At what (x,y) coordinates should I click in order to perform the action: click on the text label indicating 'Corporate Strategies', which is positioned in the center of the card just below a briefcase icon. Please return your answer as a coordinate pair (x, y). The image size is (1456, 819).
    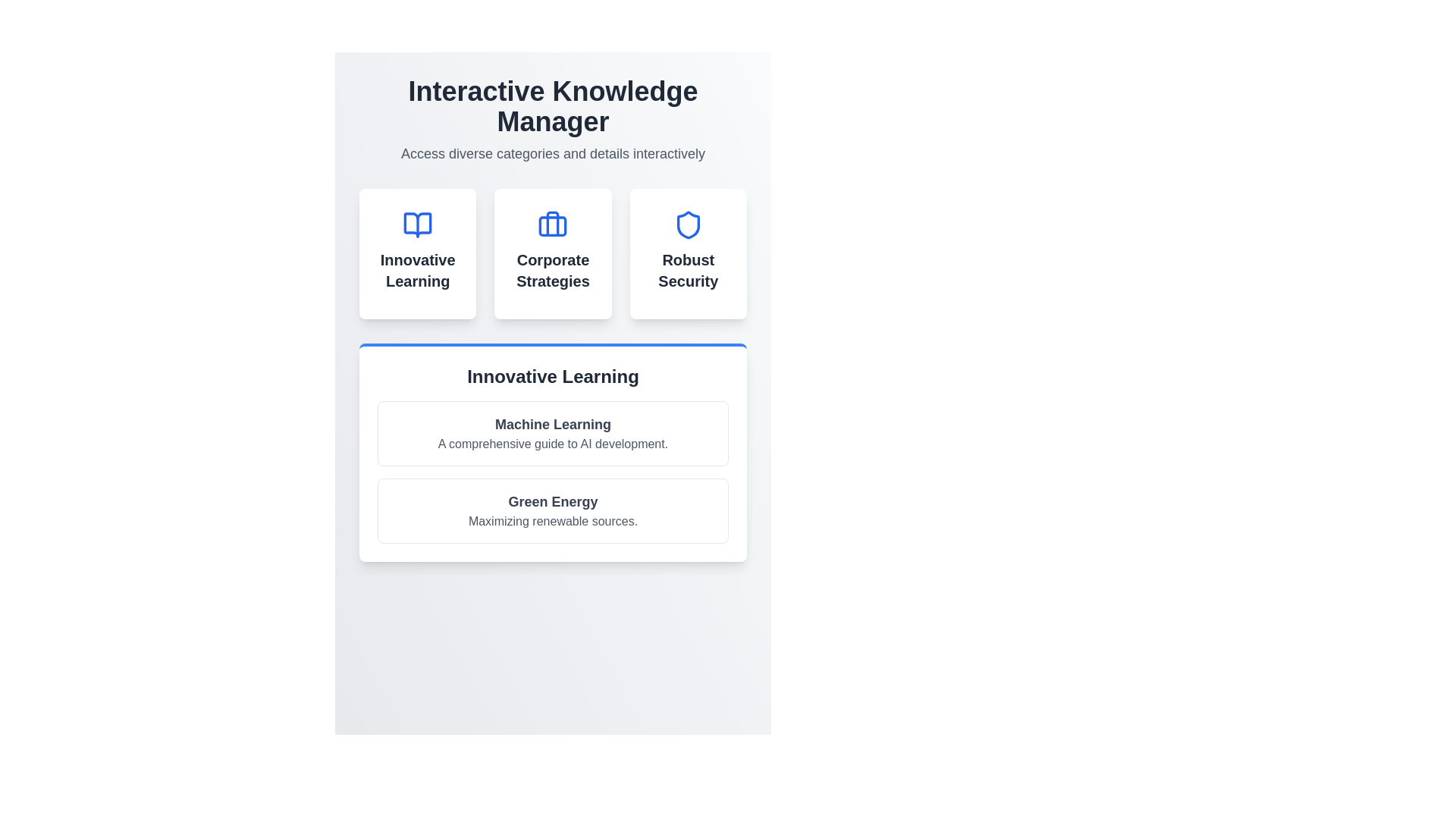
    Looking at the image, I should click on (552, 270).